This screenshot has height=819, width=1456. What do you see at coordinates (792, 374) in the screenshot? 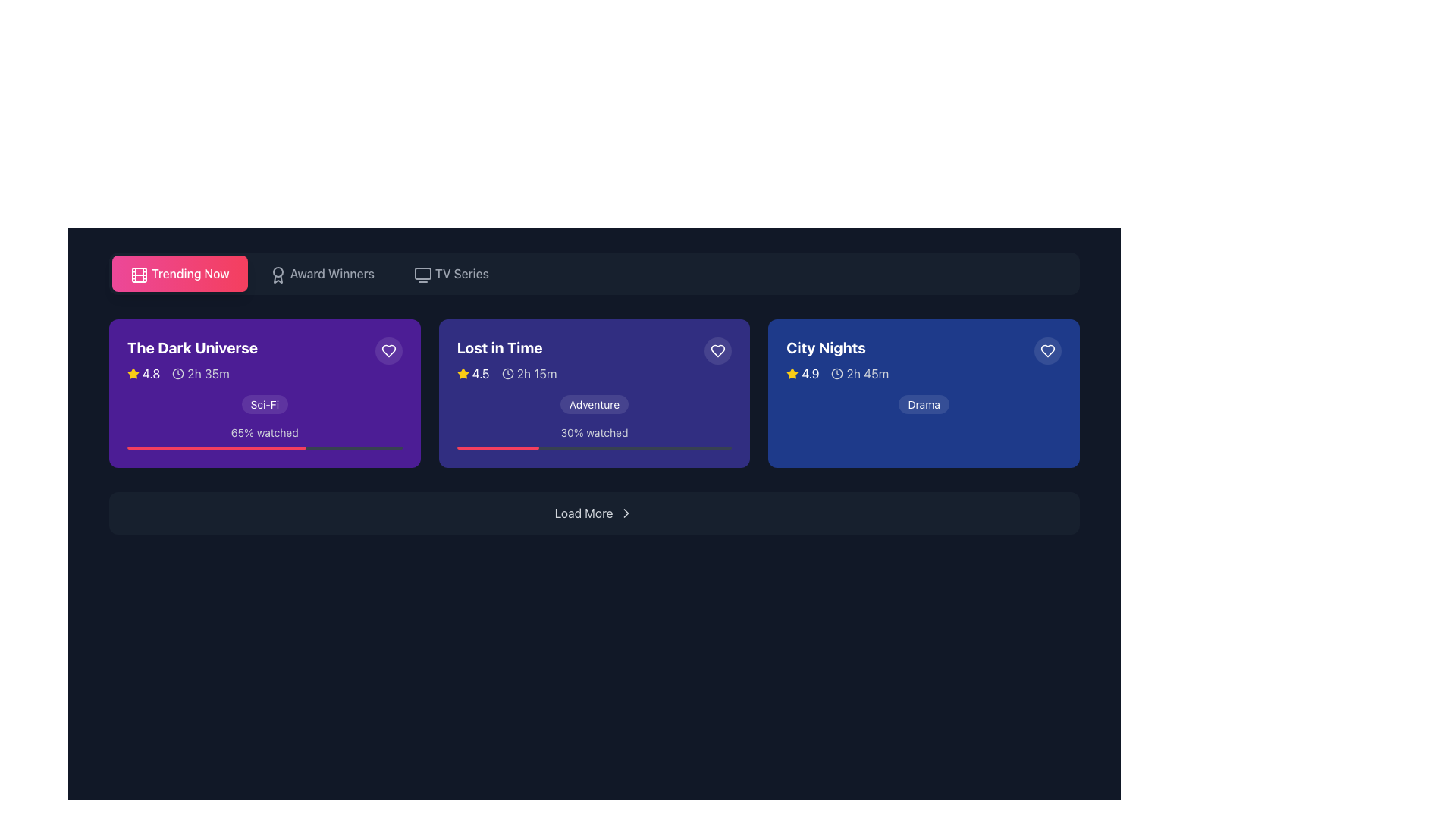
I see `the star-shaped icon with a yellow fill and blue background, located in the rightmost film card, above the main text and to the left of the '4.9' rating text` at bounding box center [792, 374].